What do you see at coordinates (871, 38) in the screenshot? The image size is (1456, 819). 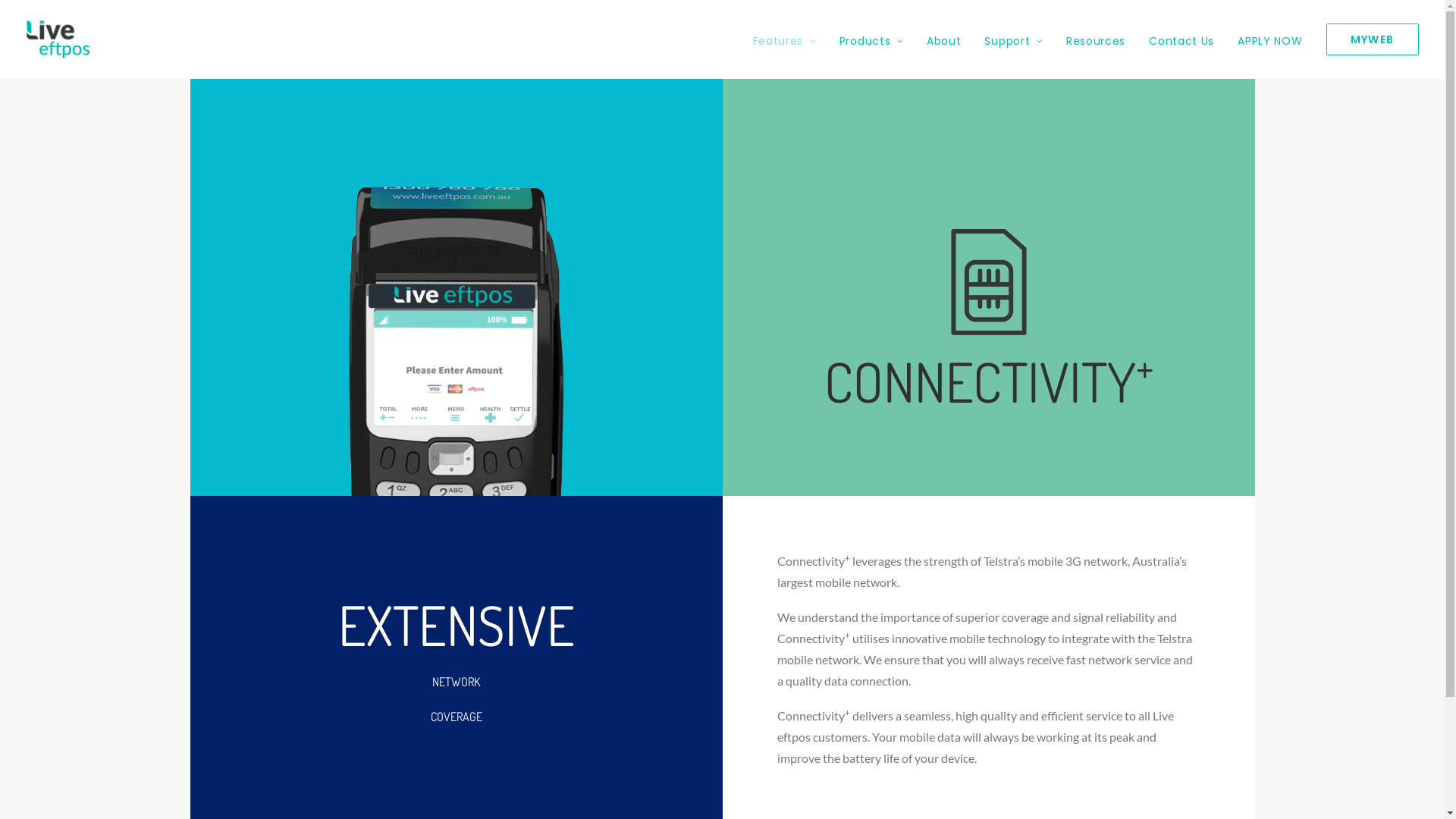 I see `'Products'` at bounding box center [871, 38].